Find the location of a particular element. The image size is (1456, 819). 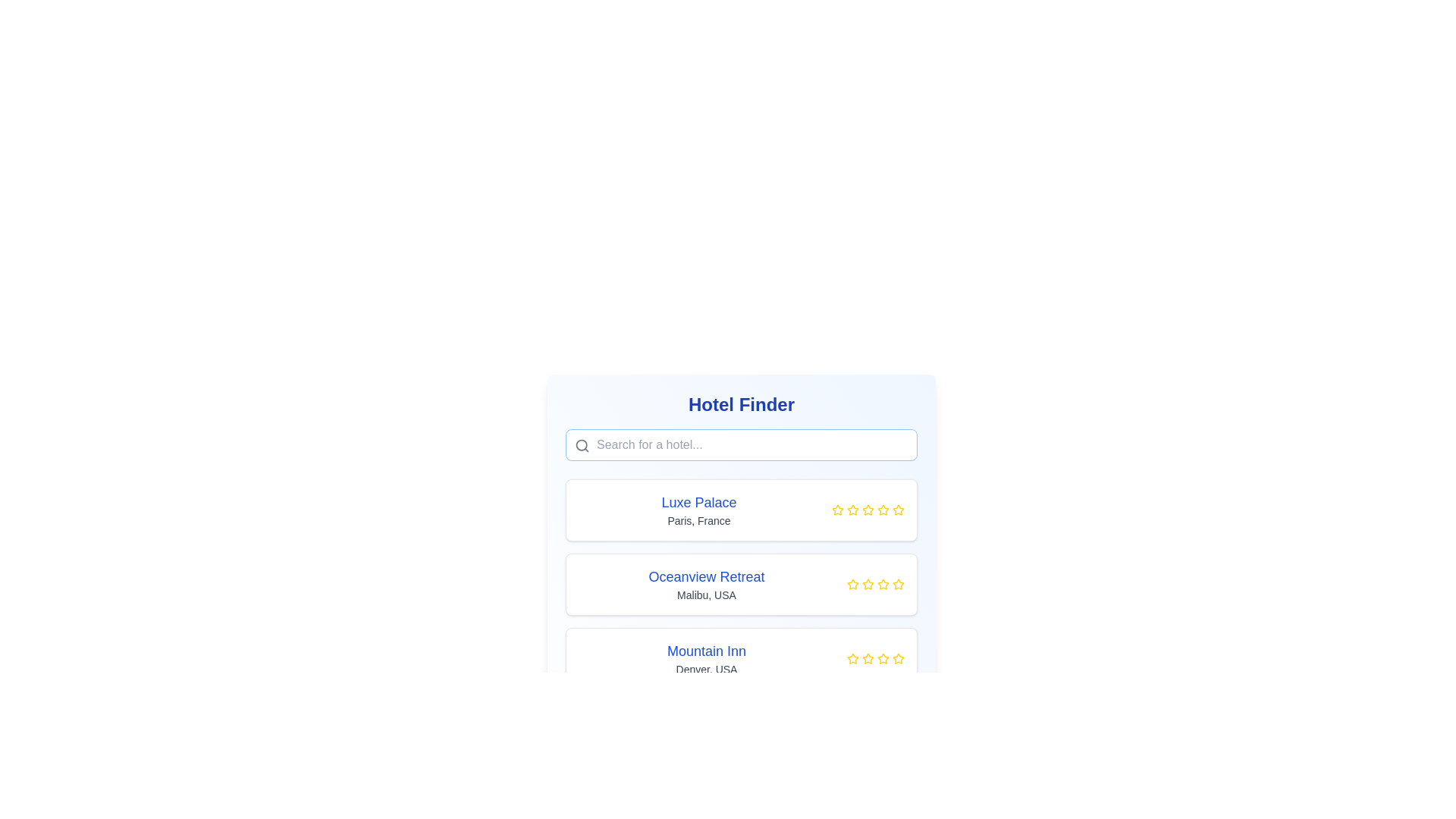

the third star-shaped rating icon with a yellow outline in the Luxe Palace, Paris, France hotel card to rate it as a single star out of five is located at coordinates (852, 510).